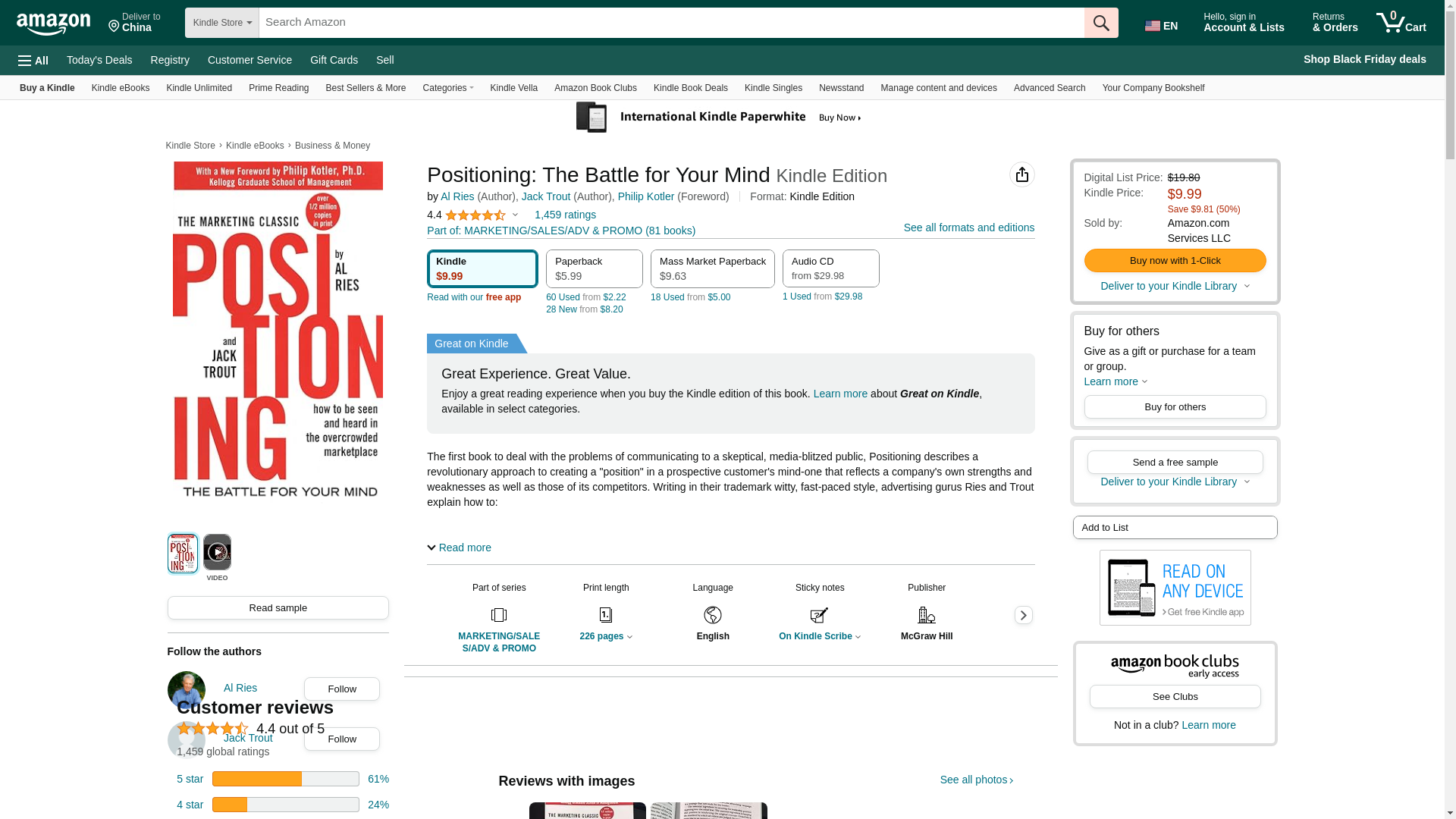 The image size is (1456, 819). What do you see at coordinates (1100, 286) in the screenshot?
I see `'Deliver to your Kindle Library'` at bounding box center [1100, 286].